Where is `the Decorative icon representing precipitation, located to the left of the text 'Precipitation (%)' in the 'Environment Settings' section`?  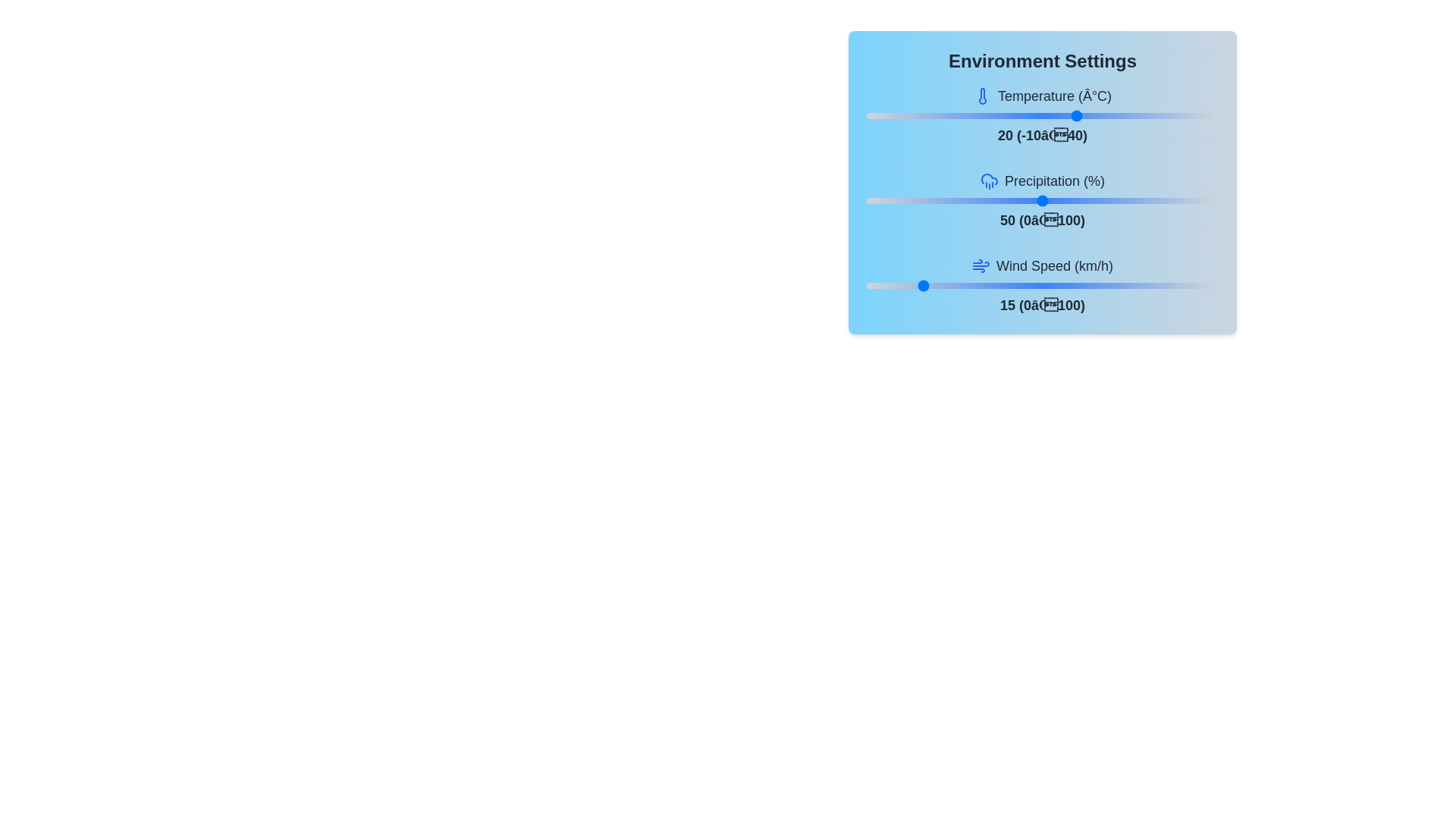 the Decorative icon representing precipitation, located to the left of the text 'Precipitation (%)' in the 'Environment Settings' section is located at coordinates (990, 178).